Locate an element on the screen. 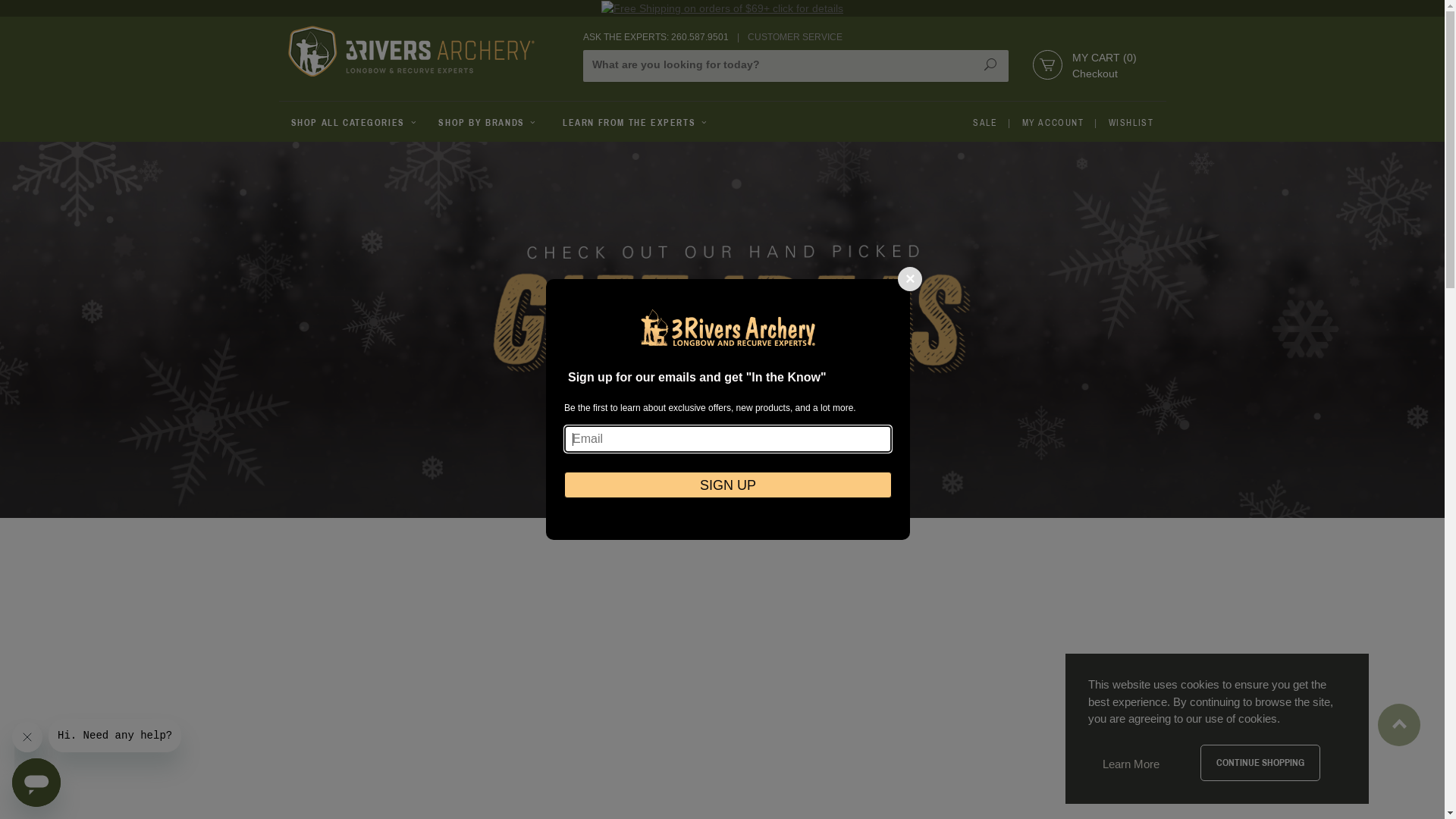 This screenshot has width=1456, height=819. 'Shopping Cart' is located at coordinates (1046, 64).